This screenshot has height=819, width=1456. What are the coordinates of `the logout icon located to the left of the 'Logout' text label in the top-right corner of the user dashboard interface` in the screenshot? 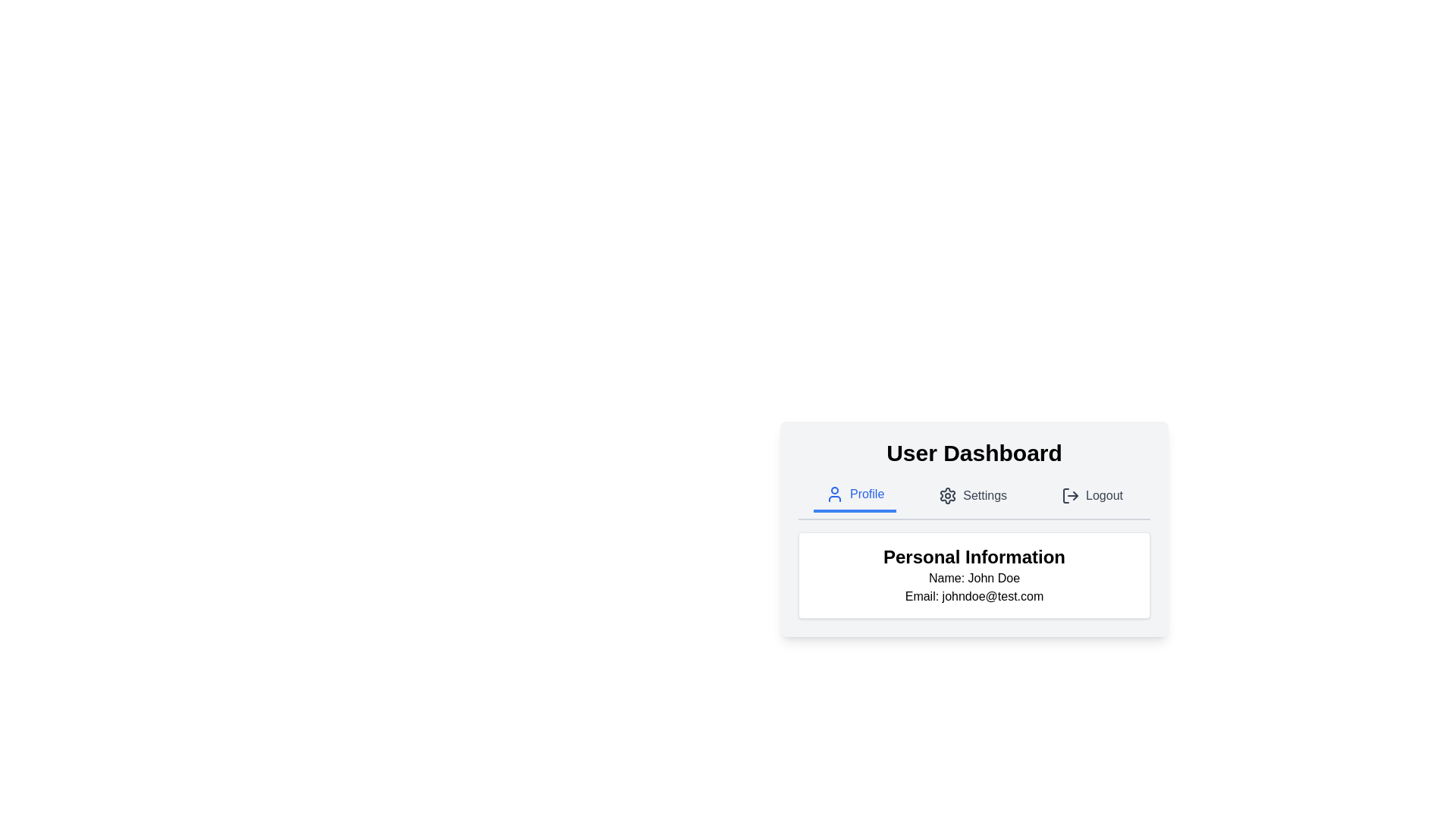 It's located at (1069, 496).